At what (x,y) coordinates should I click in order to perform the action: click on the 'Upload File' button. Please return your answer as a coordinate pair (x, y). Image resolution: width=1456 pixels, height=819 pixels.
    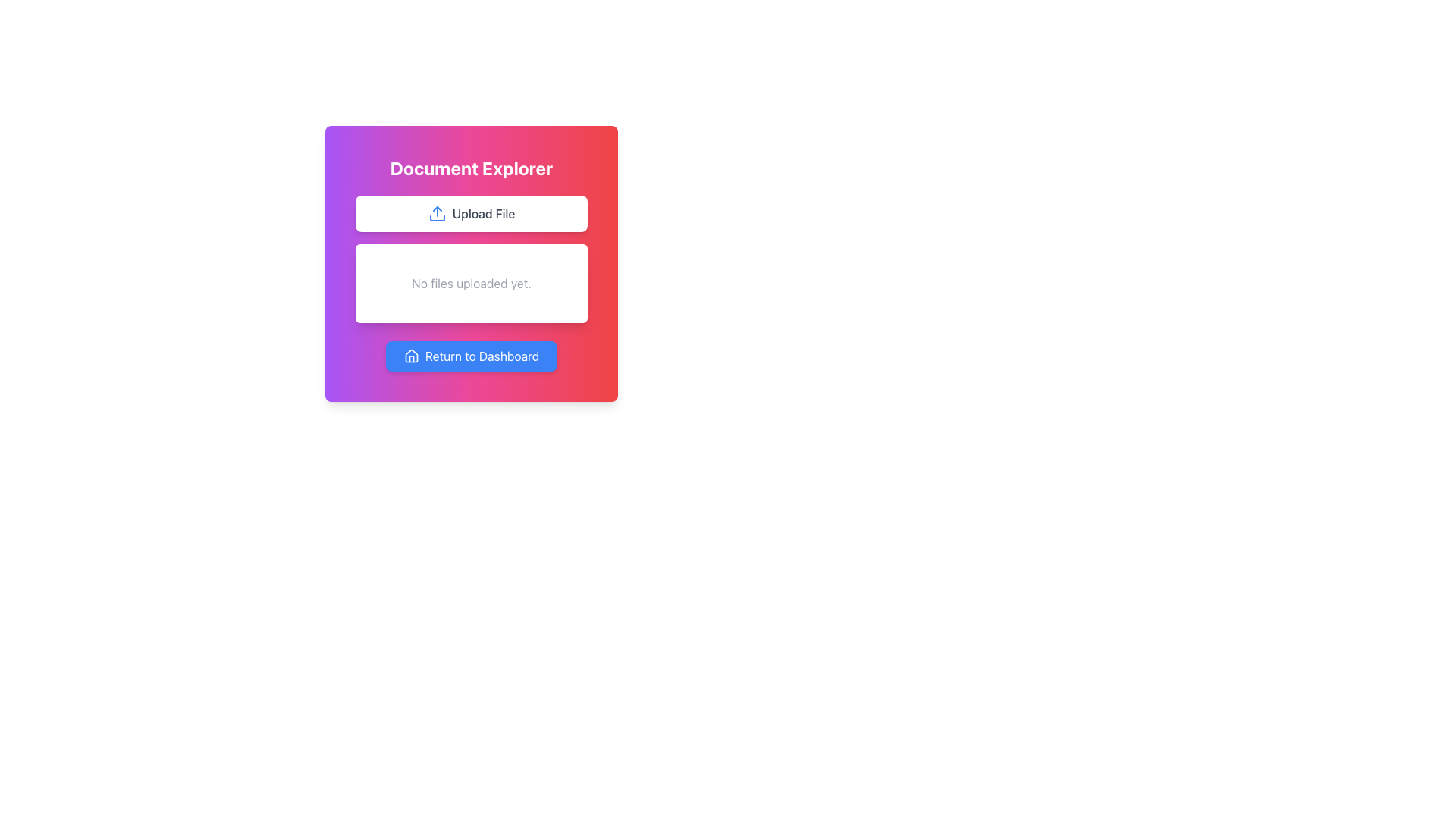
    Looking at the image, I should click on (471, 213).